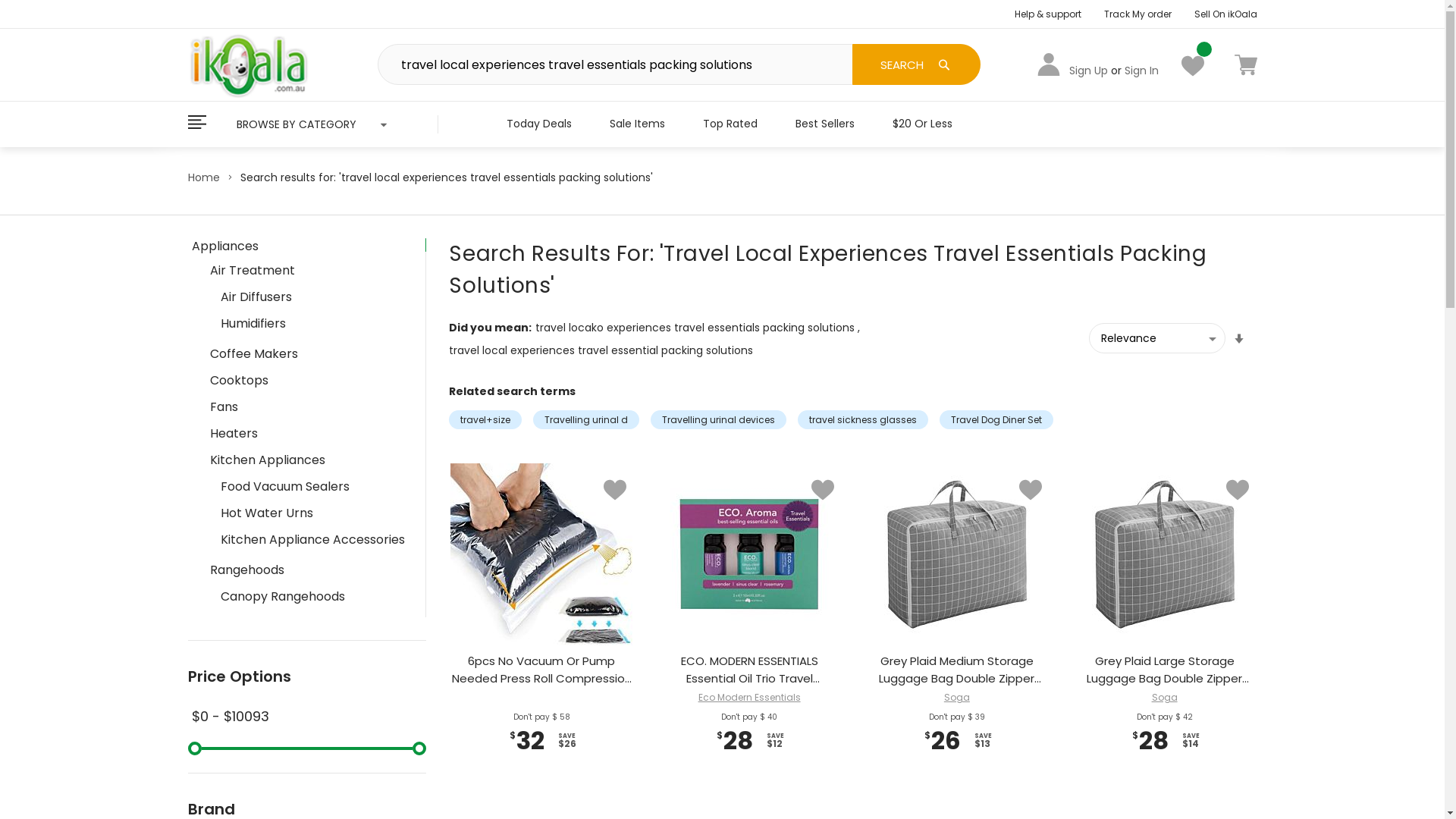  Describe the element at coordinates (312, 124) in the screenshot. I see `'BROWSE BY CATEGORY'` at that location.